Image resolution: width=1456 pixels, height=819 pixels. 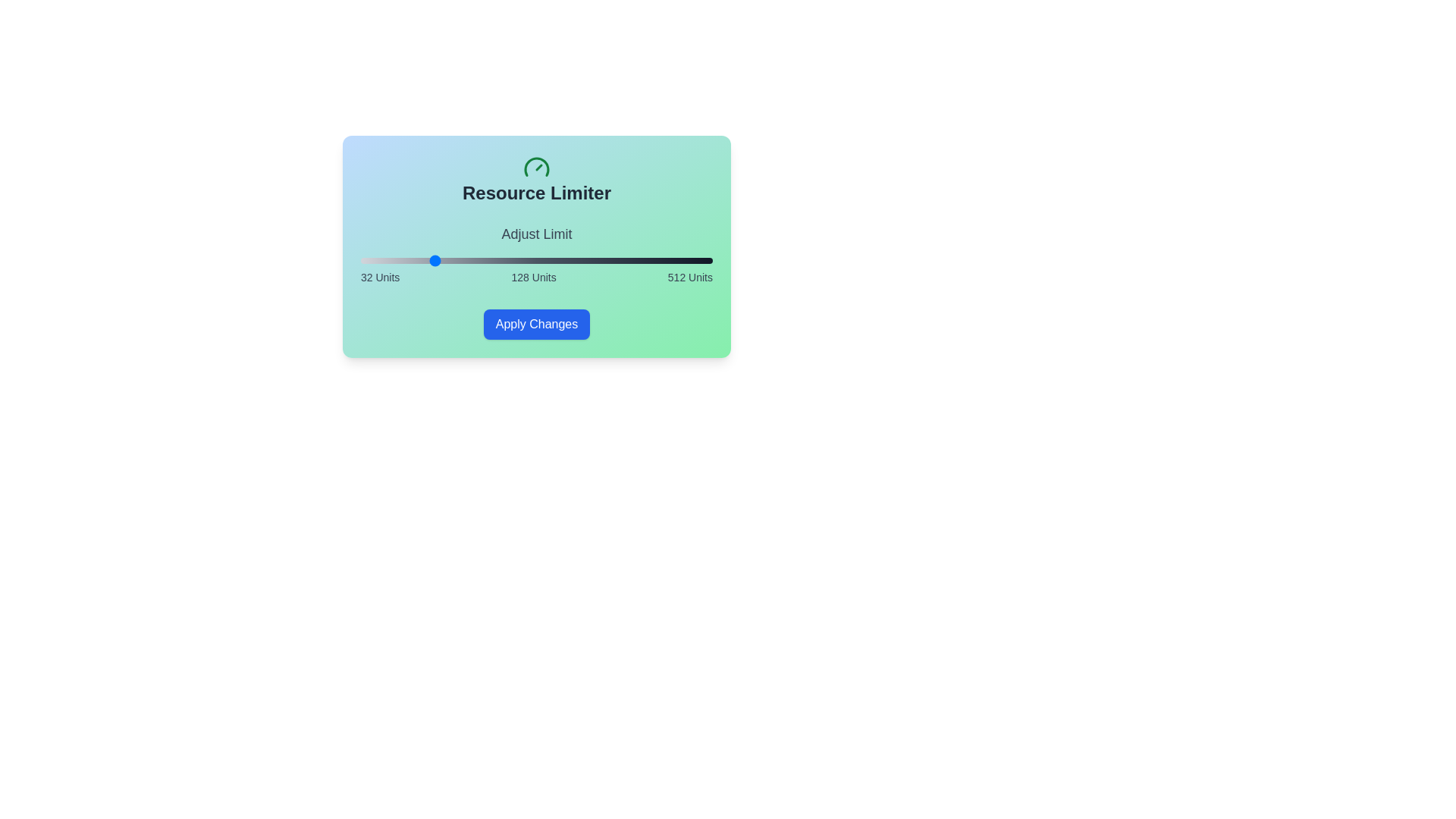 I want to click on the slider to set its value to 436, so click(x=657, y=259).